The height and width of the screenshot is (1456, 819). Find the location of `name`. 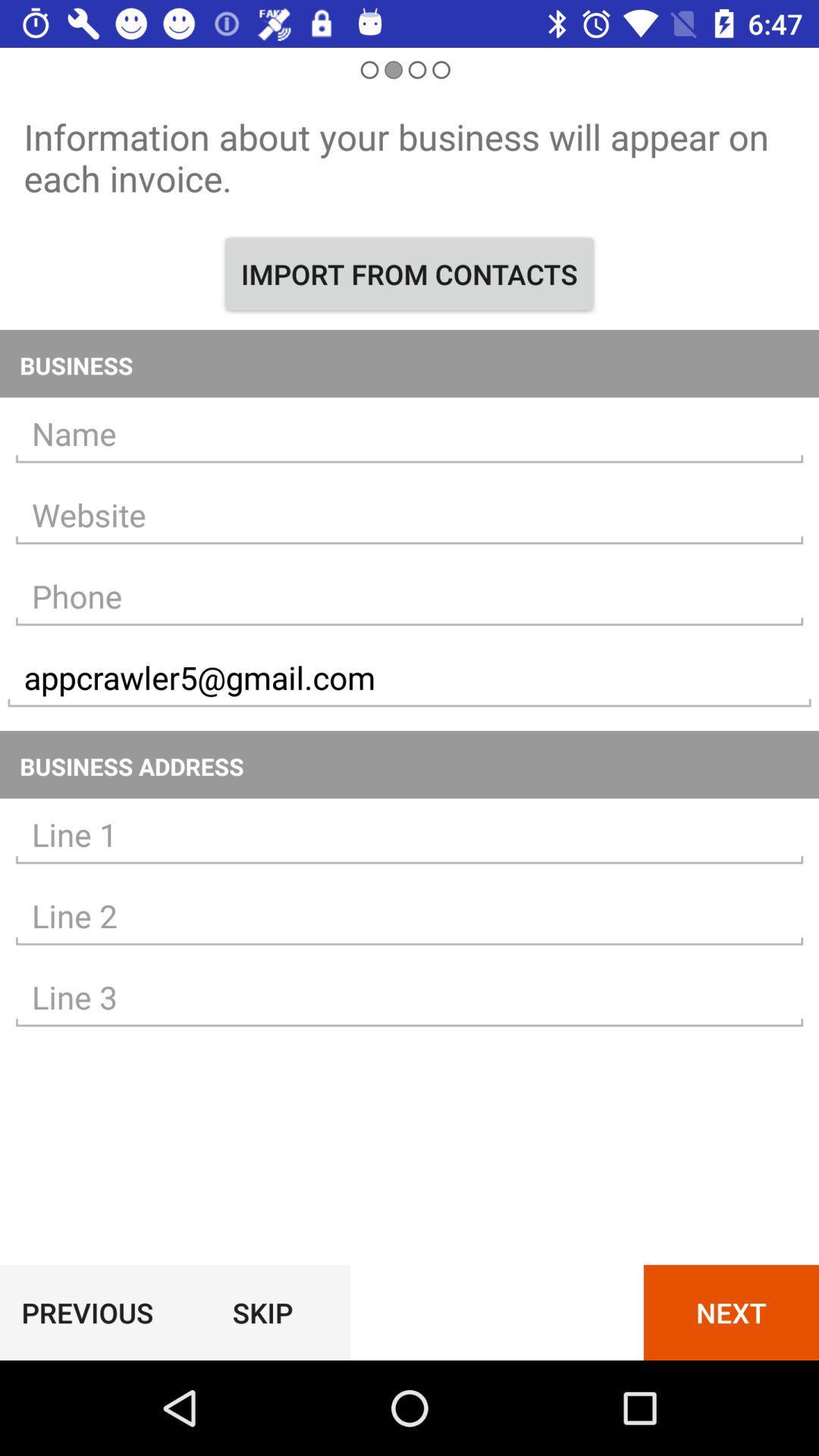

name is located at coordinates (409, 433).